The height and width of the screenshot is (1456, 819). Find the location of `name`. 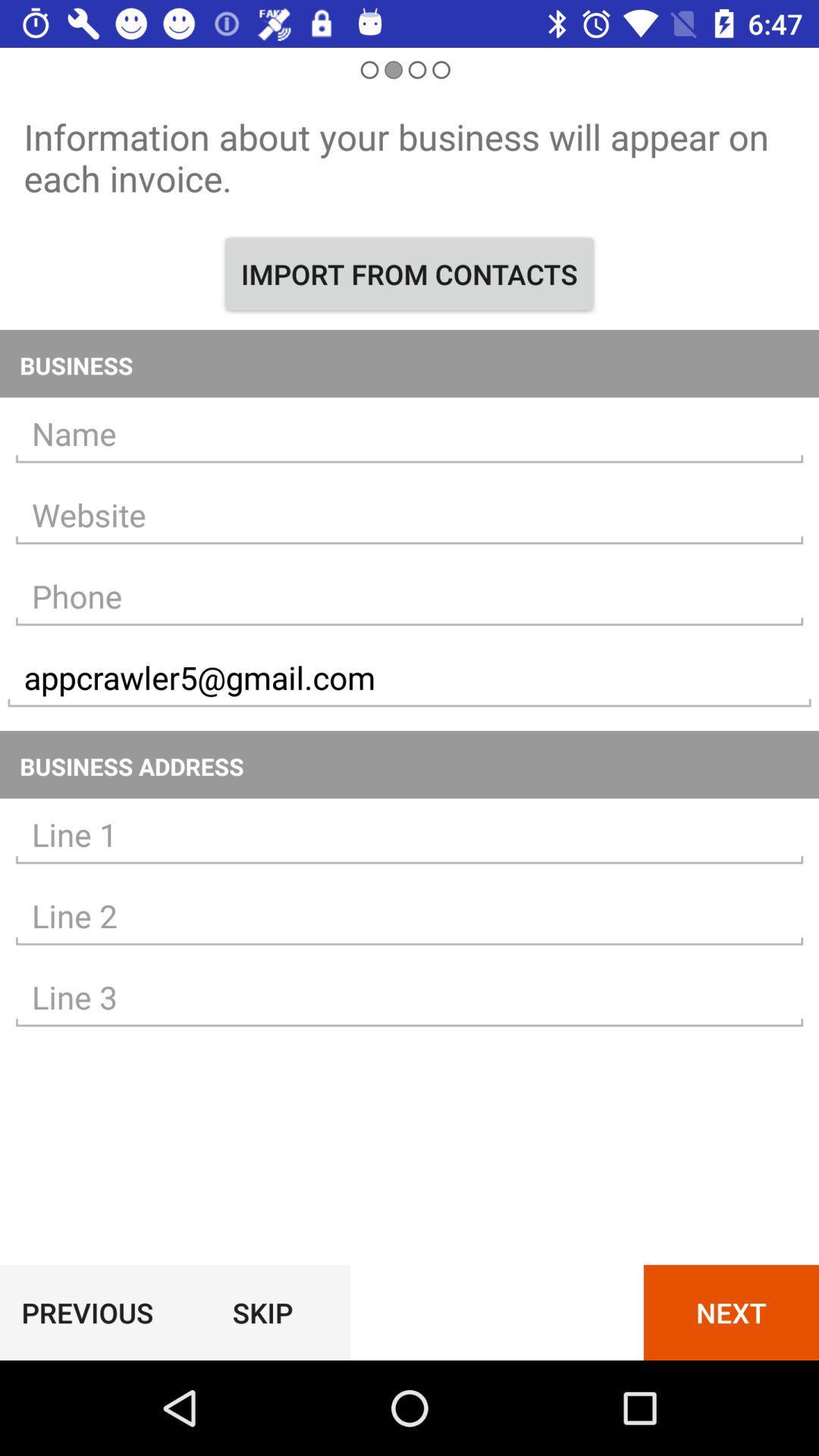

name is located at coordinates (409, 433).